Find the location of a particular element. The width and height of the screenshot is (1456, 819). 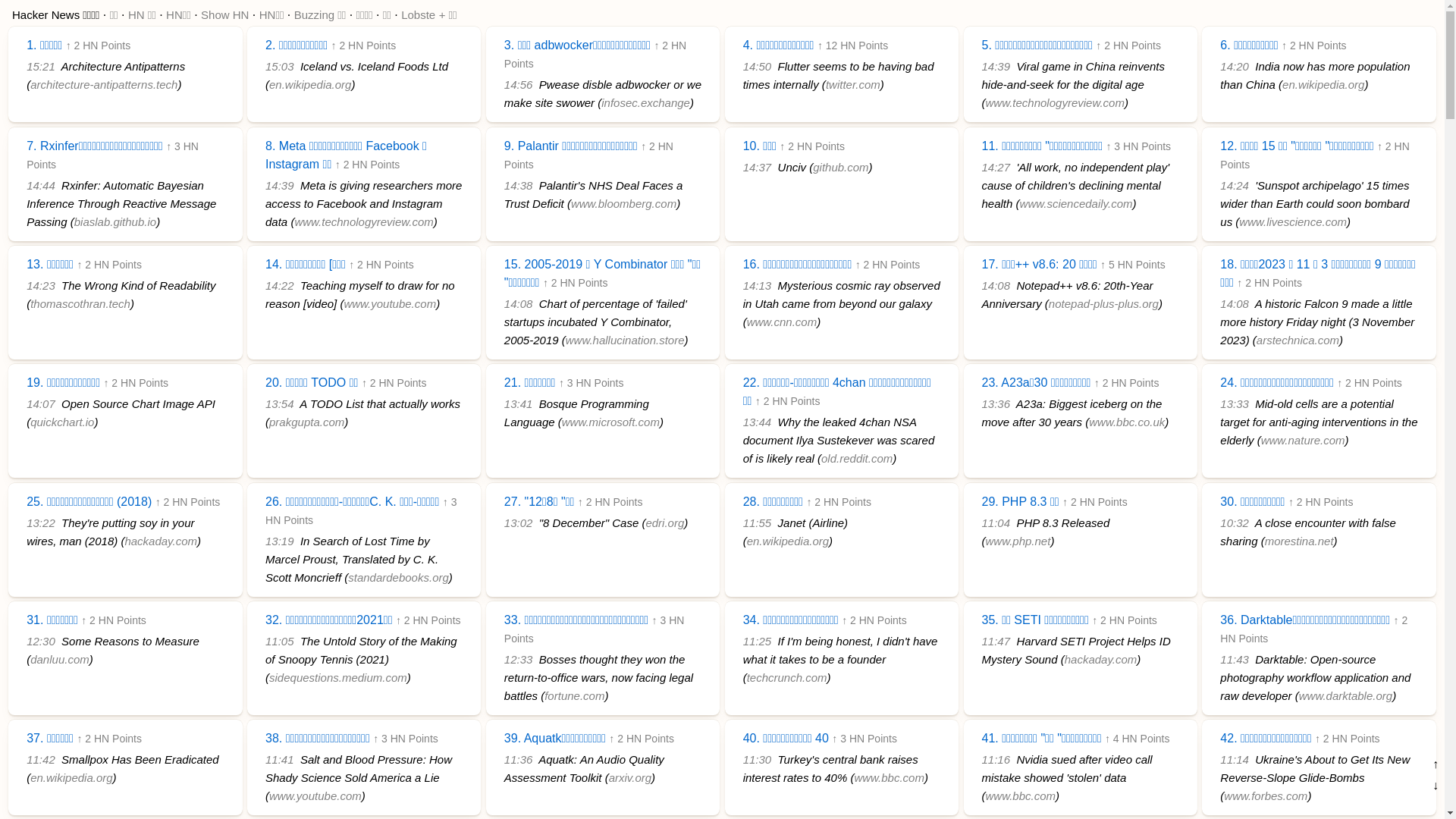

'Show HN' is located at coordinates (224, 14).